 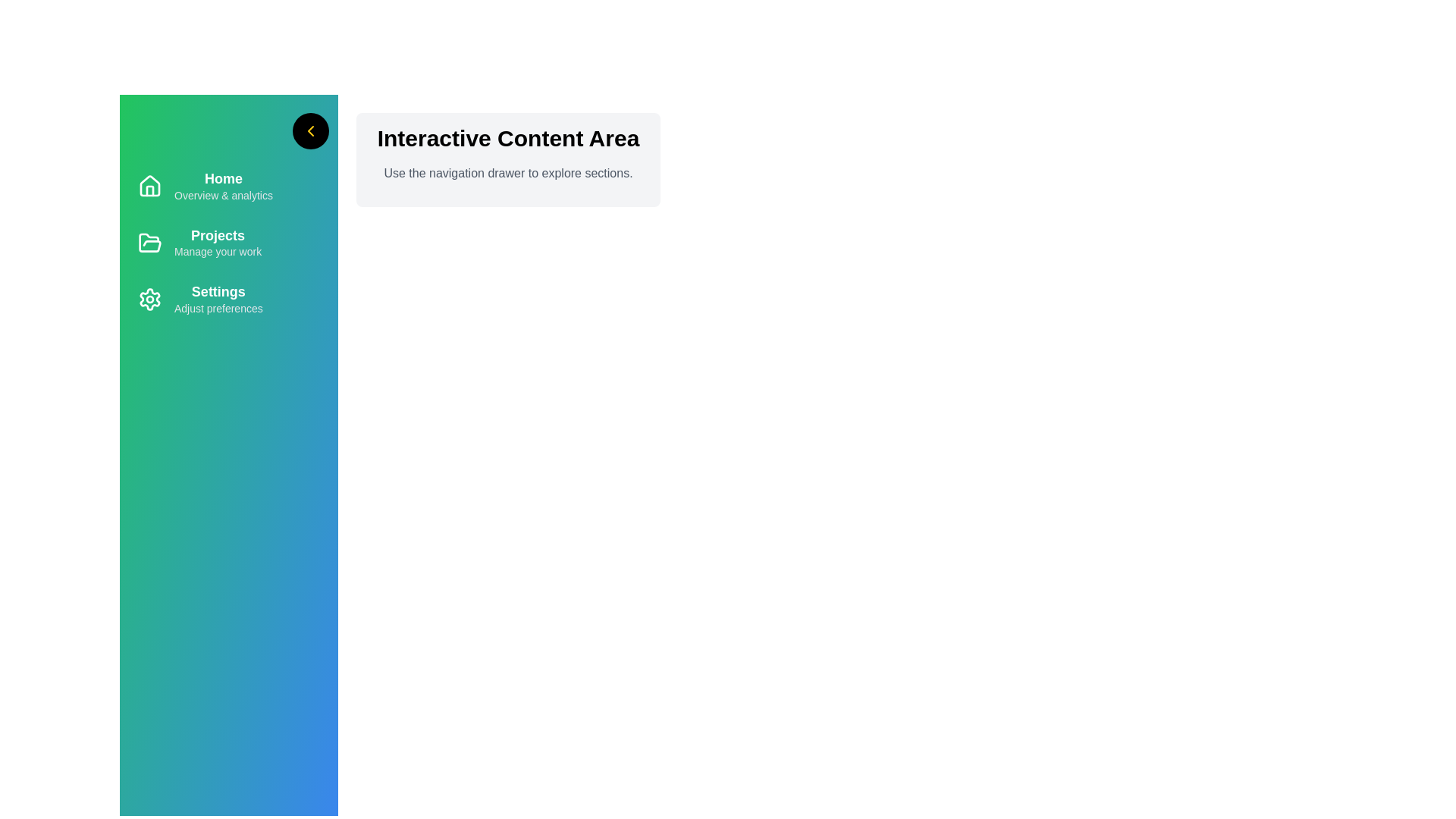 What do you see at coordinates (228, 299) in the screenshot?
I see `the menu item labeled Settings in the navigation drawer` at bounding box center [228, 299].